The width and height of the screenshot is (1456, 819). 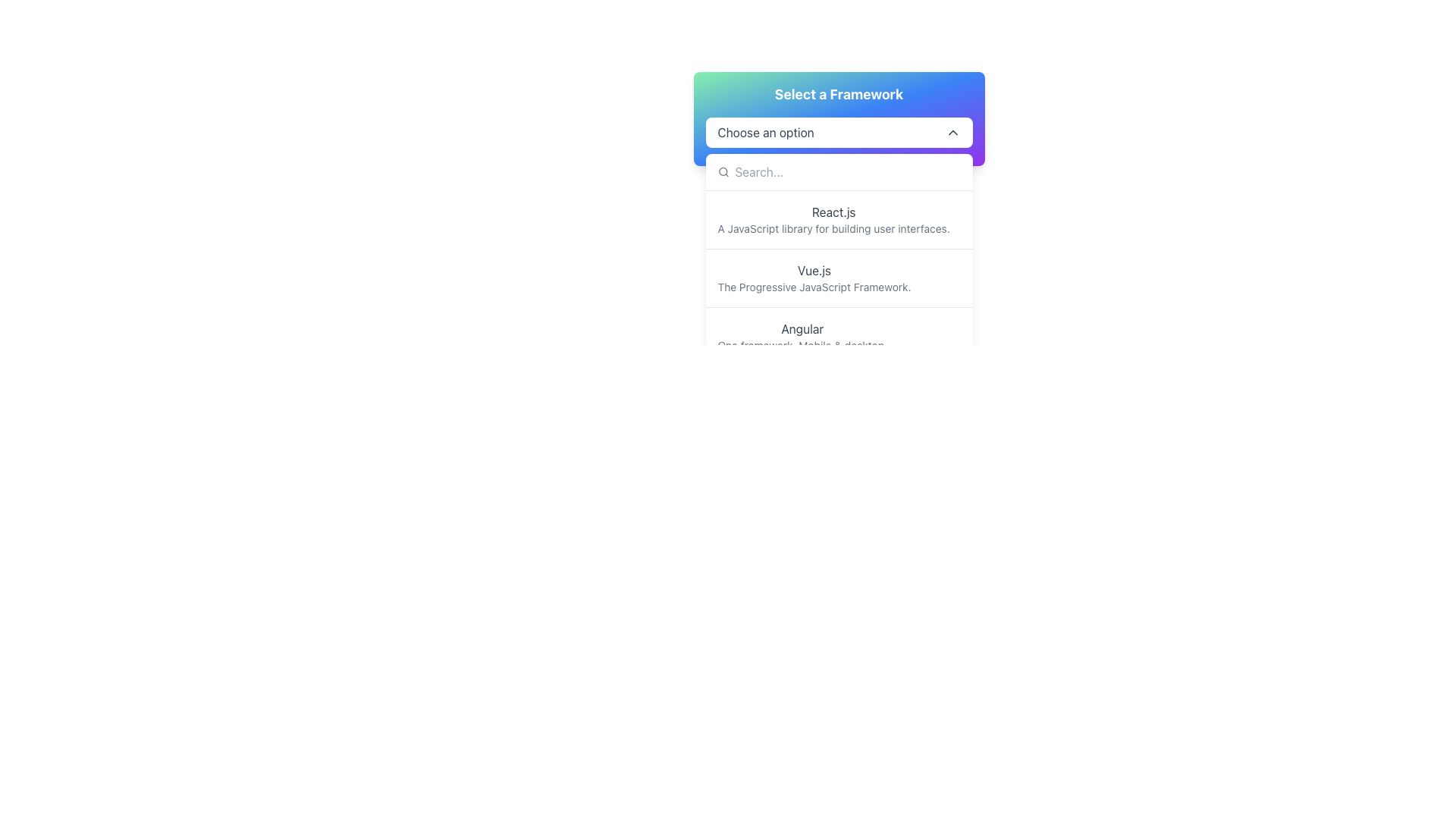 I want to click on the first option in the dropdown menu that displays 'React.js' in bold with a description 'A JavaScript library for building user interfaces.', so click(x=833, y=219).